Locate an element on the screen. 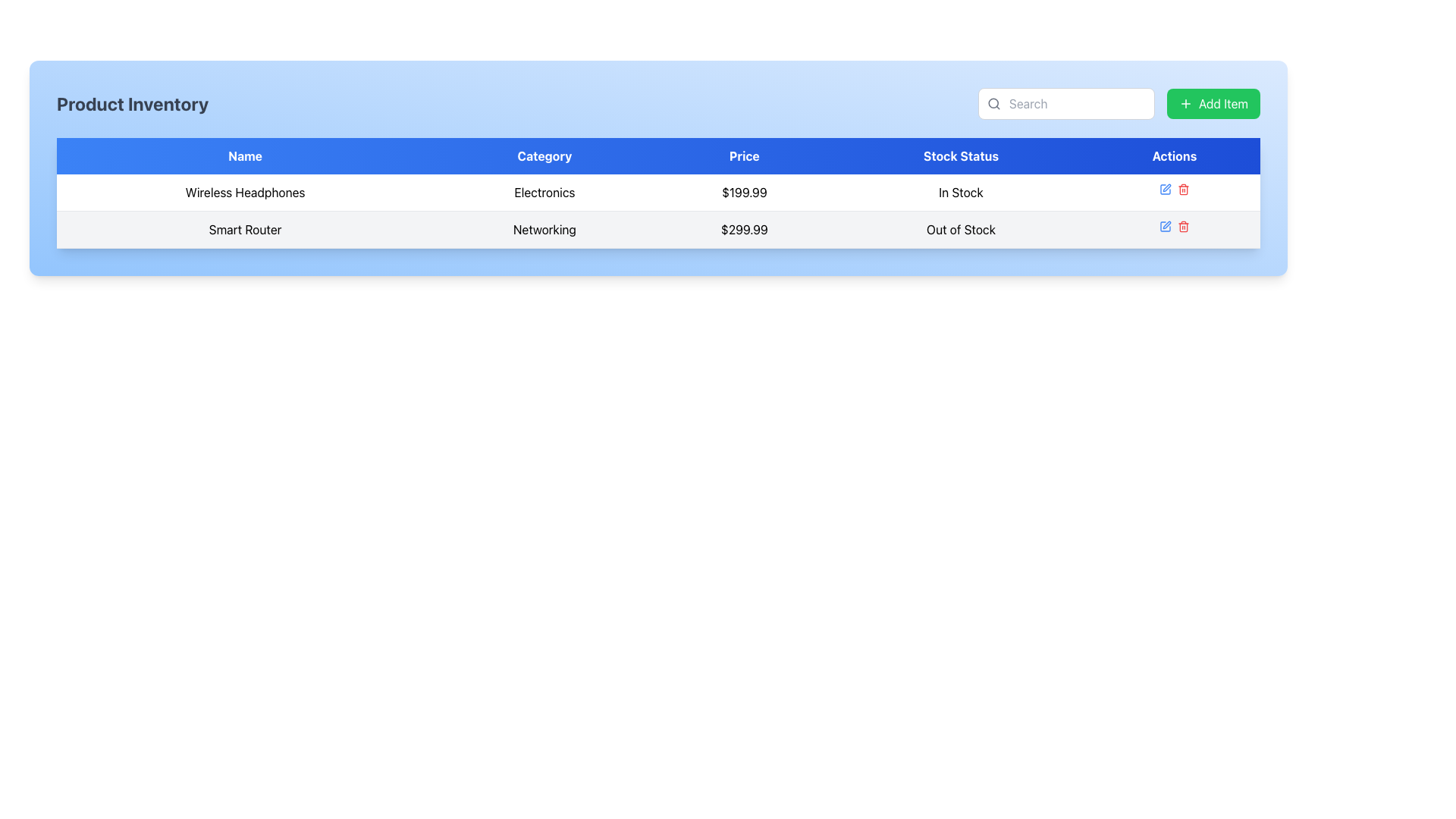  the 'Name' column header of the table located at the top left of the main content area, which serves as a contextual label for the data below it is located at coordinates (245, 155).